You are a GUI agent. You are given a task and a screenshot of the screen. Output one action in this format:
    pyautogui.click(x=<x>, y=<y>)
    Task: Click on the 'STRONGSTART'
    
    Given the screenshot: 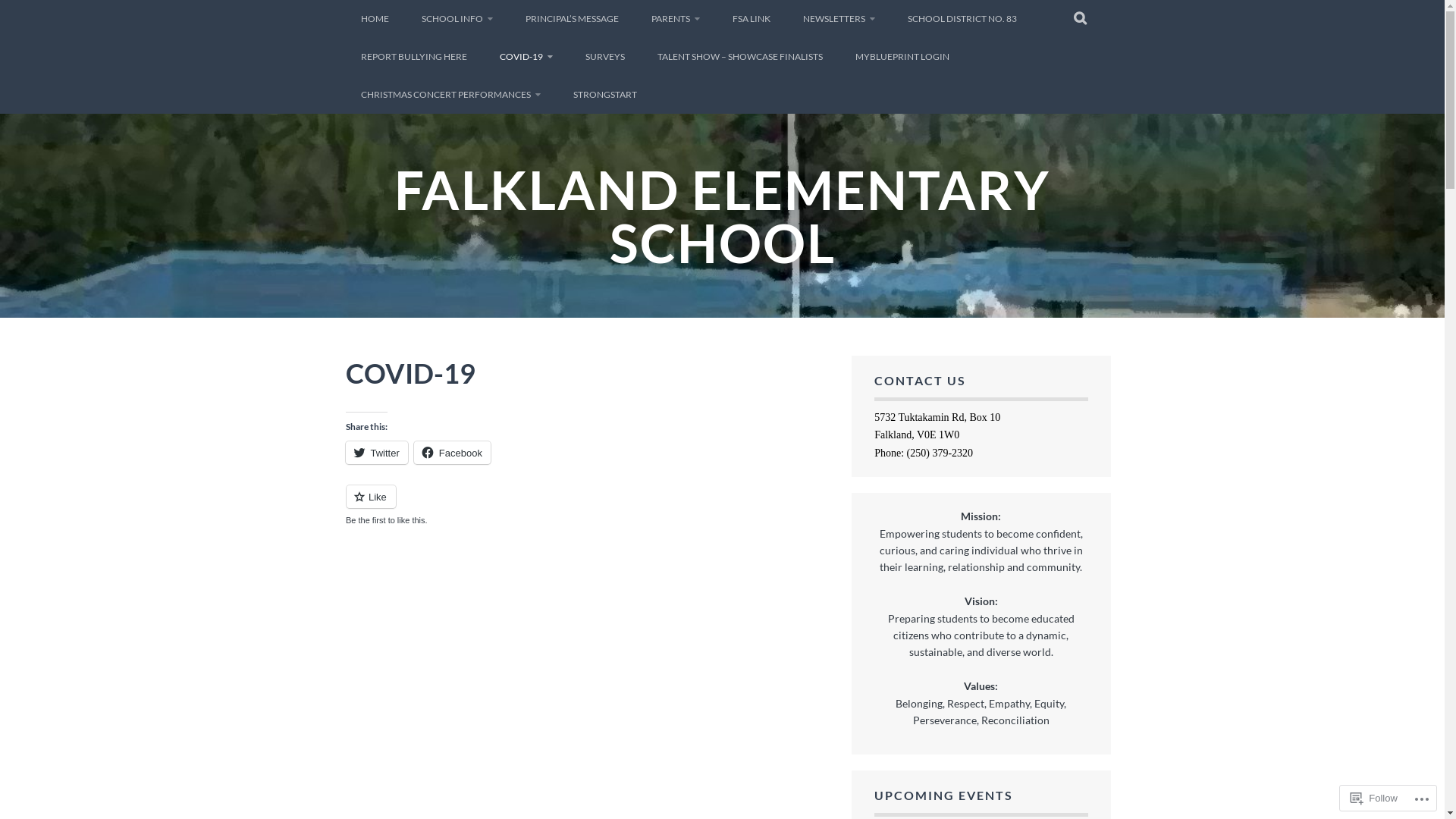 What is the action you would take?
    pyautogui.click(x=557, y=94)
    